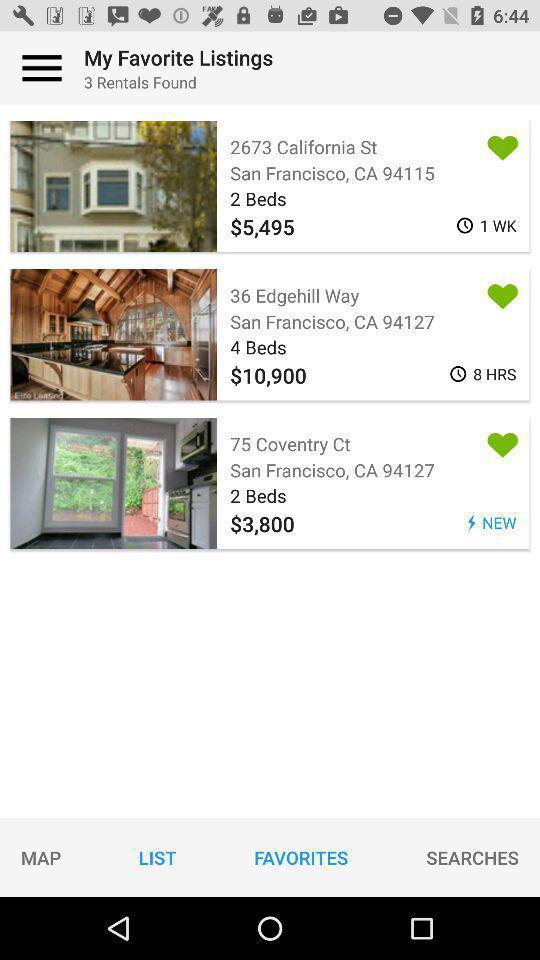  I want to click on the item next to the list icon, so click(300, 856).